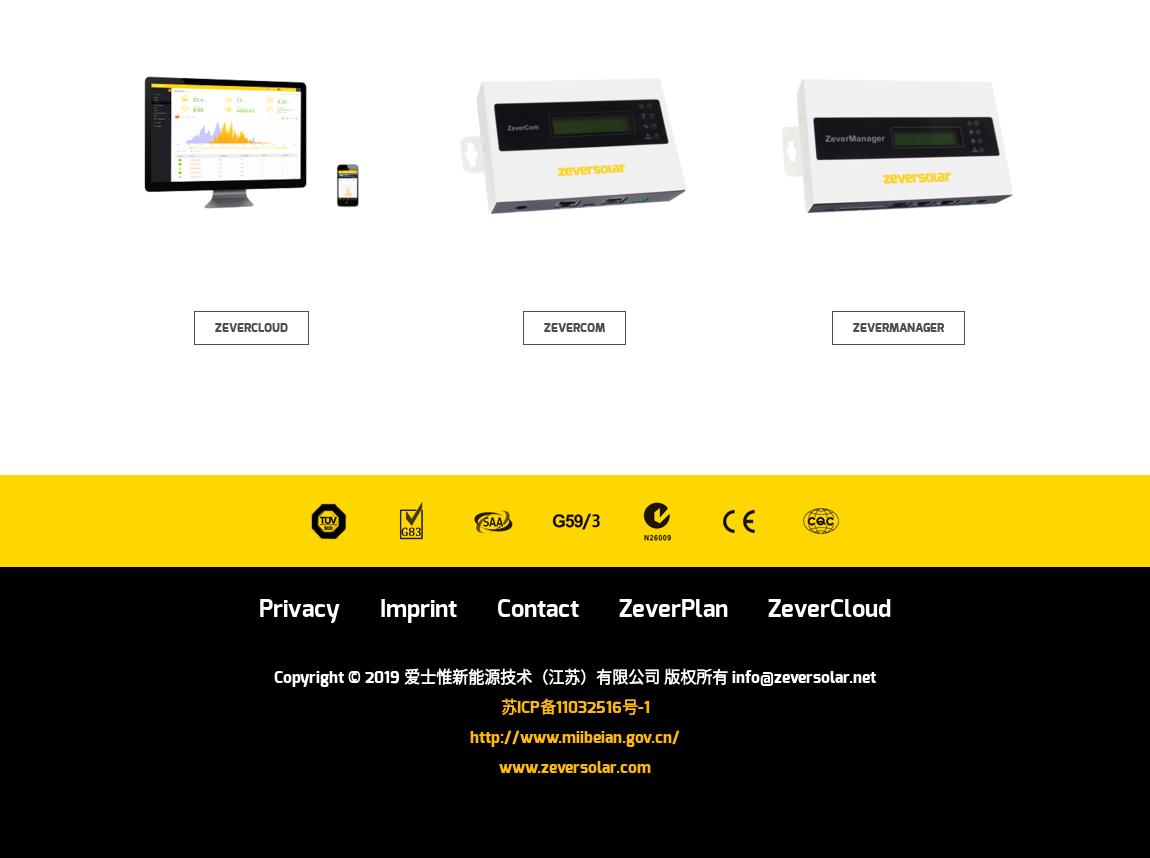  Describe the element at coordinates (379, 610) in the screenshot. I see `'Imprint'` at that location.